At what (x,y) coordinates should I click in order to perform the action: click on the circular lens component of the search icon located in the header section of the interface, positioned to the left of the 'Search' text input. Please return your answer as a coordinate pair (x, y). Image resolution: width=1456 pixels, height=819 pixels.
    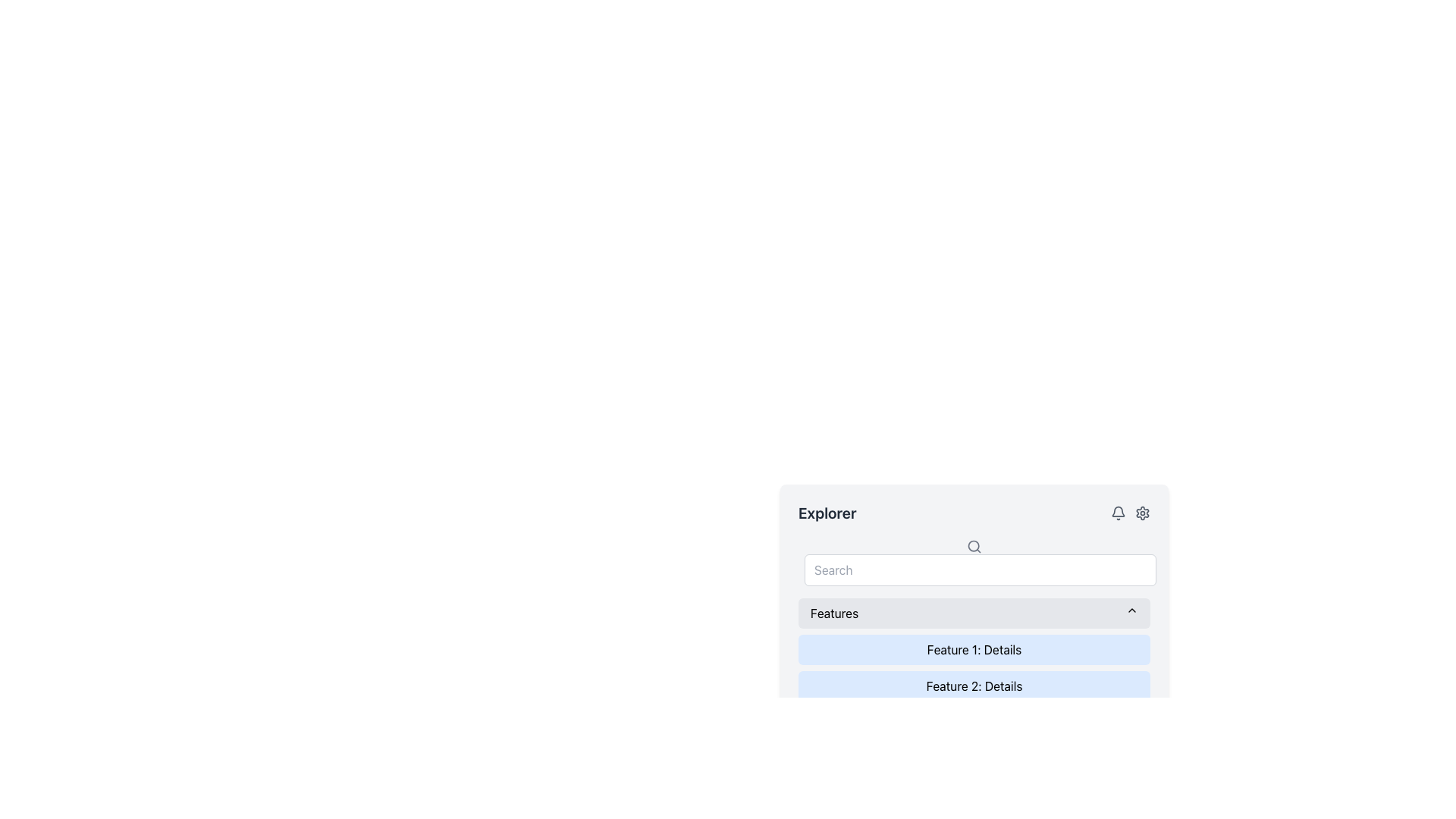
    Looking at the image, I should click on (974, 544).